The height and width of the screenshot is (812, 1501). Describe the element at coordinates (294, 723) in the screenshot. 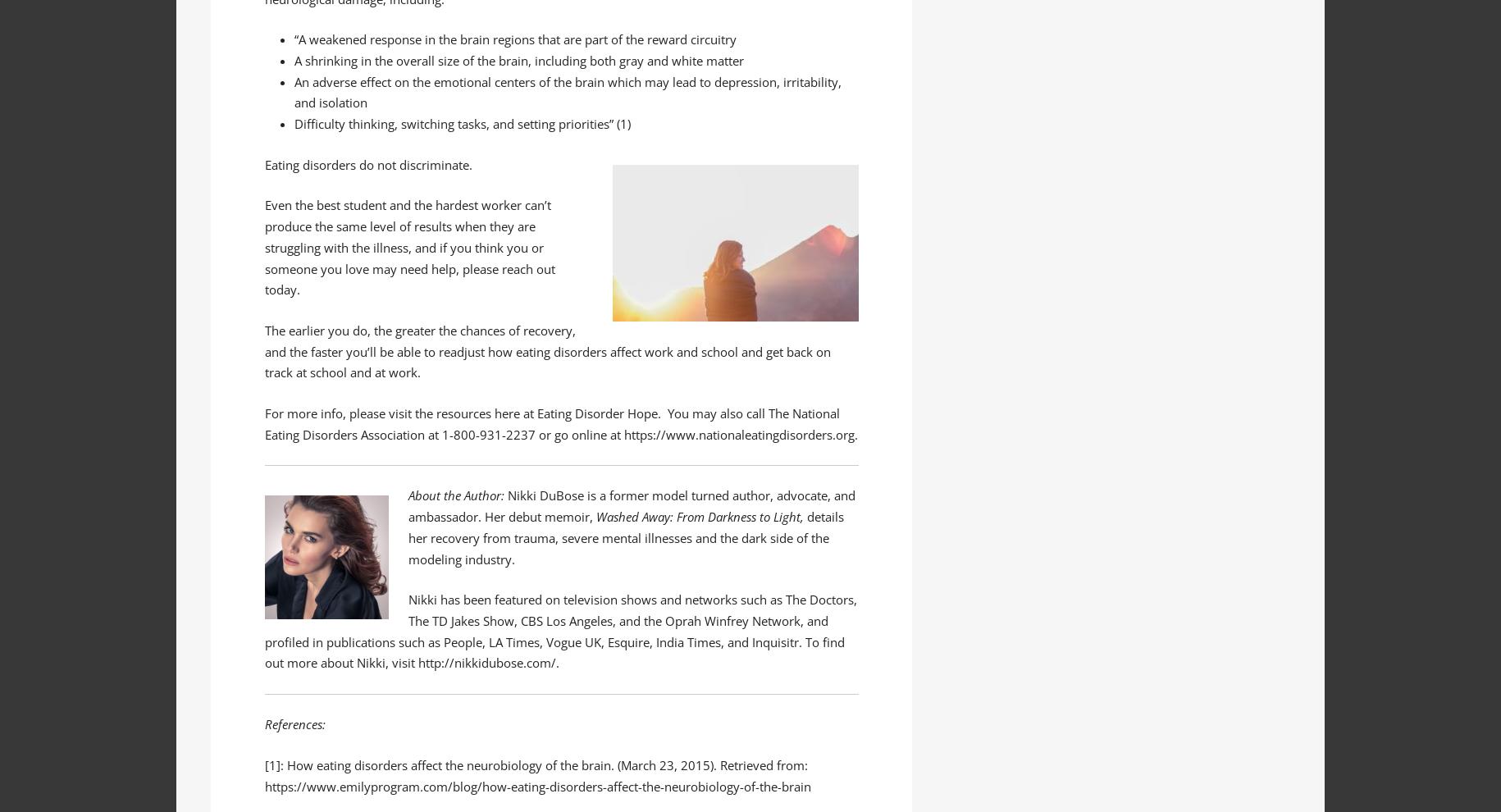

I see `'References:'` at that location.